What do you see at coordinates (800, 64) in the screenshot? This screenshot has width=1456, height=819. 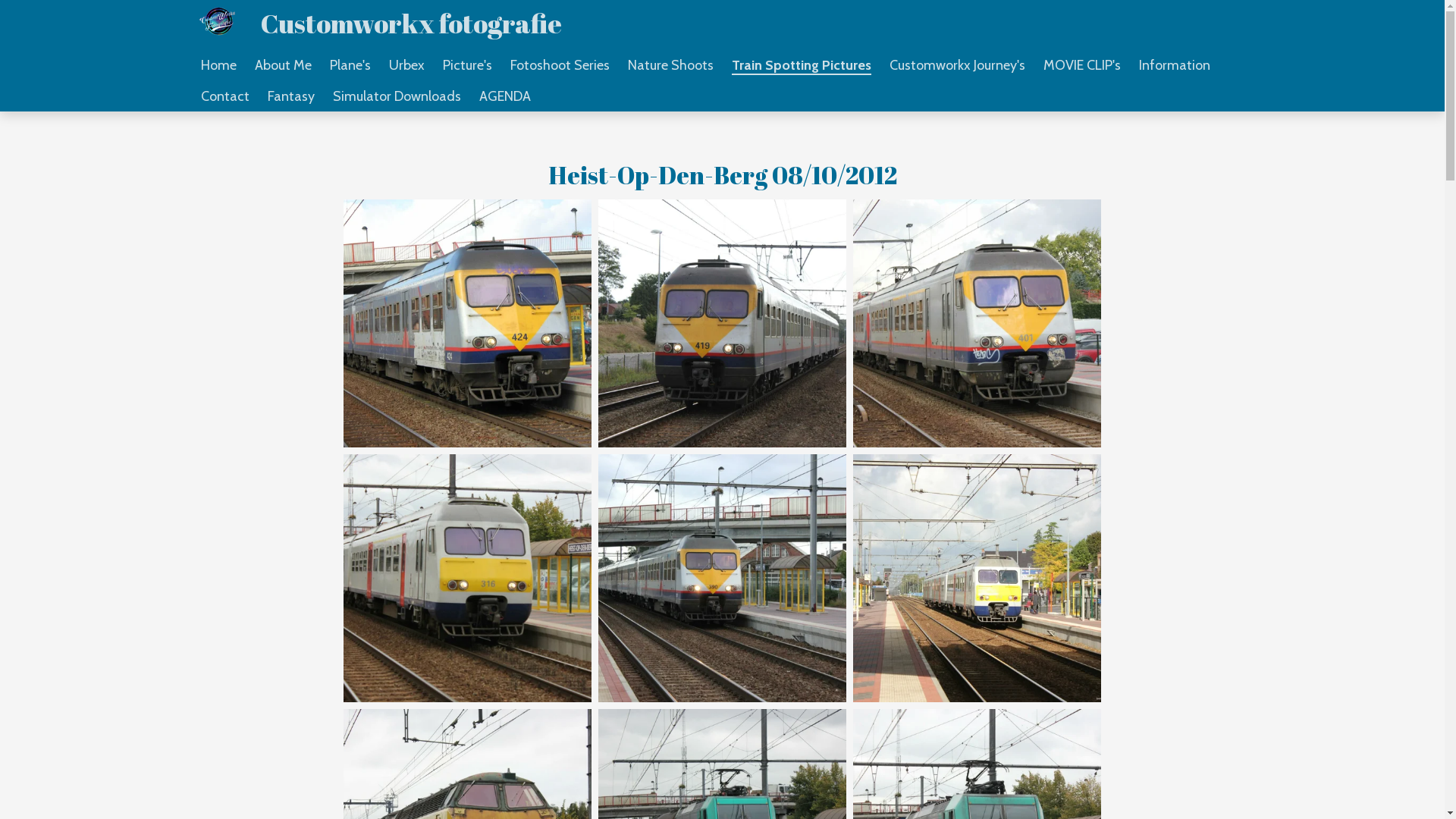 I see `'Train Spotting Pictures'` at bounding box center [800, 64].